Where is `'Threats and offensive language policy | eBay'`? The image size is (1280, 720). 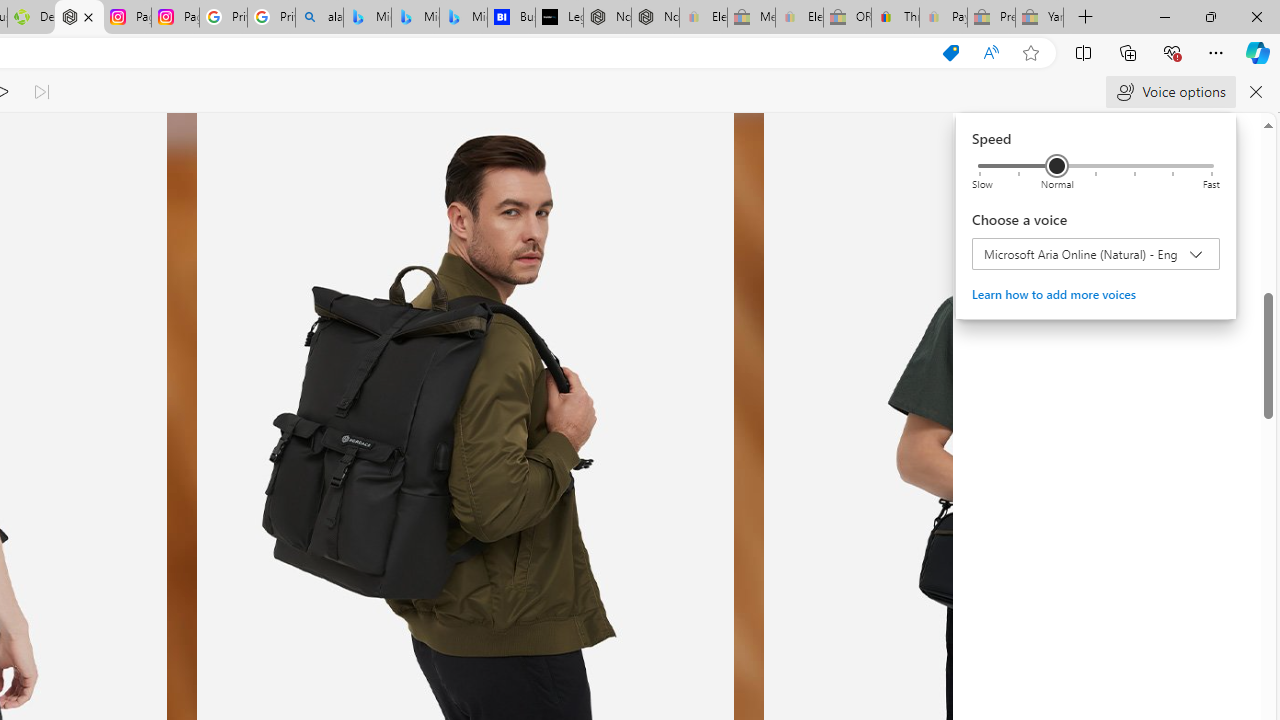 'Threats and offensive language policy | eBay' is located at coordinates (894, 17).